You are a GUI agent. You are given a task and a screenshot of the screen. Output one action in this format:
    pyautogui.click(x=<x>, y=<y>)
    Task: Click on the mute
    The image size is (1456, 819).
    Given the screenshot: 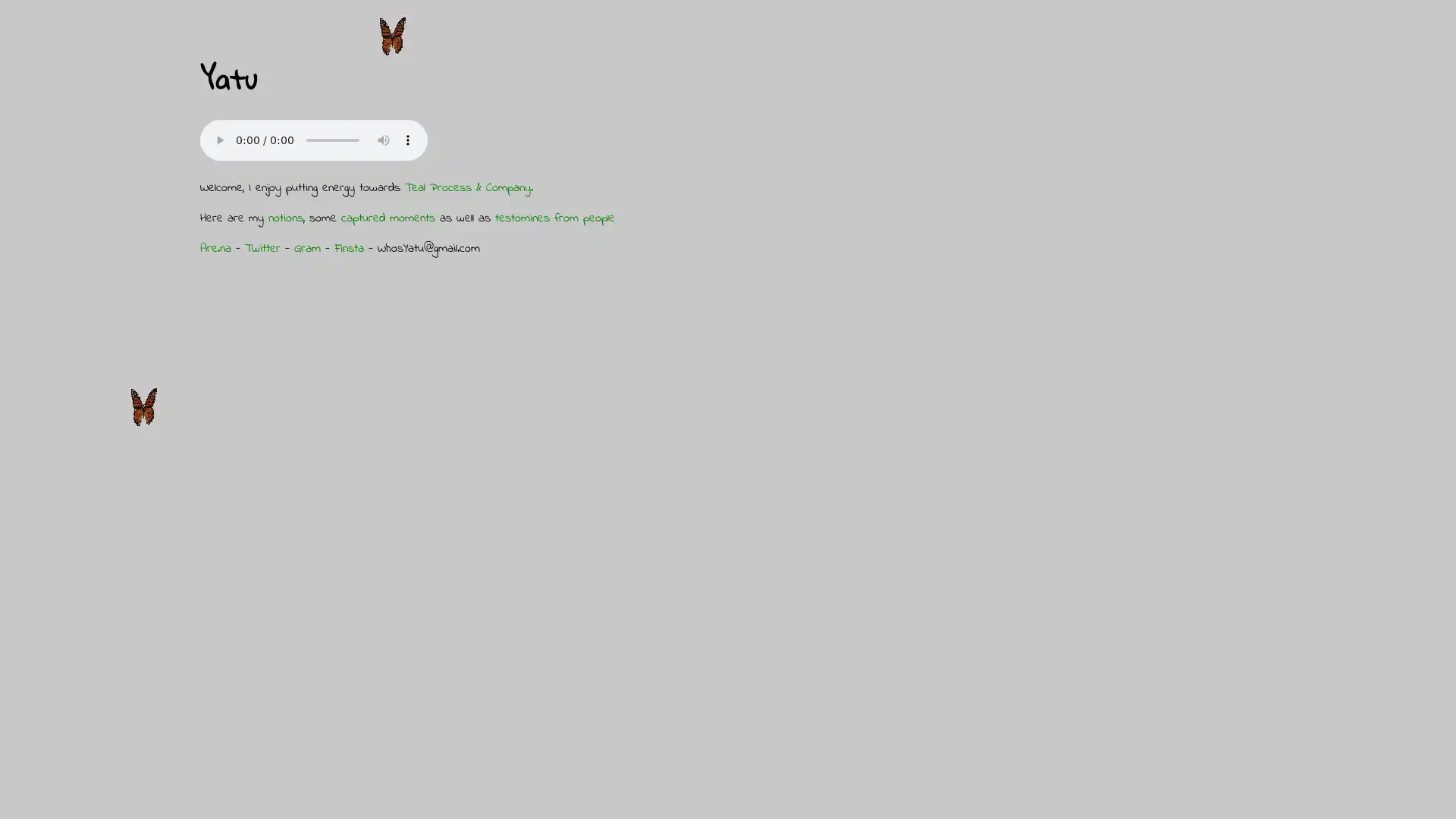 What is the action you would take?
    pyautogui.click(x=383, y=140)
    